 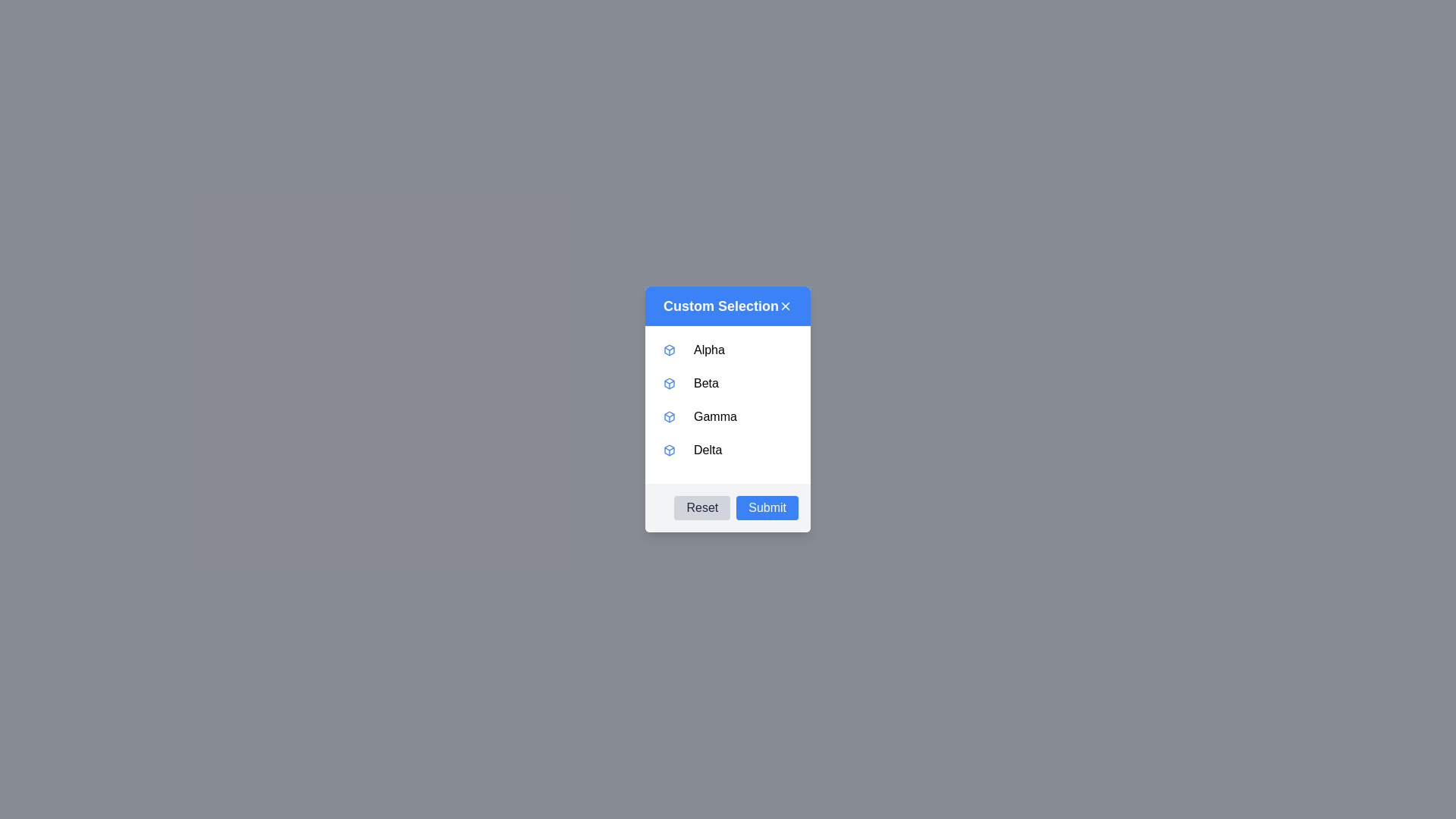 What do you see at coordinates (705, 382) in the screenshot?
I see `the text label reading 'Beta'` at bounding box center [705, 382].